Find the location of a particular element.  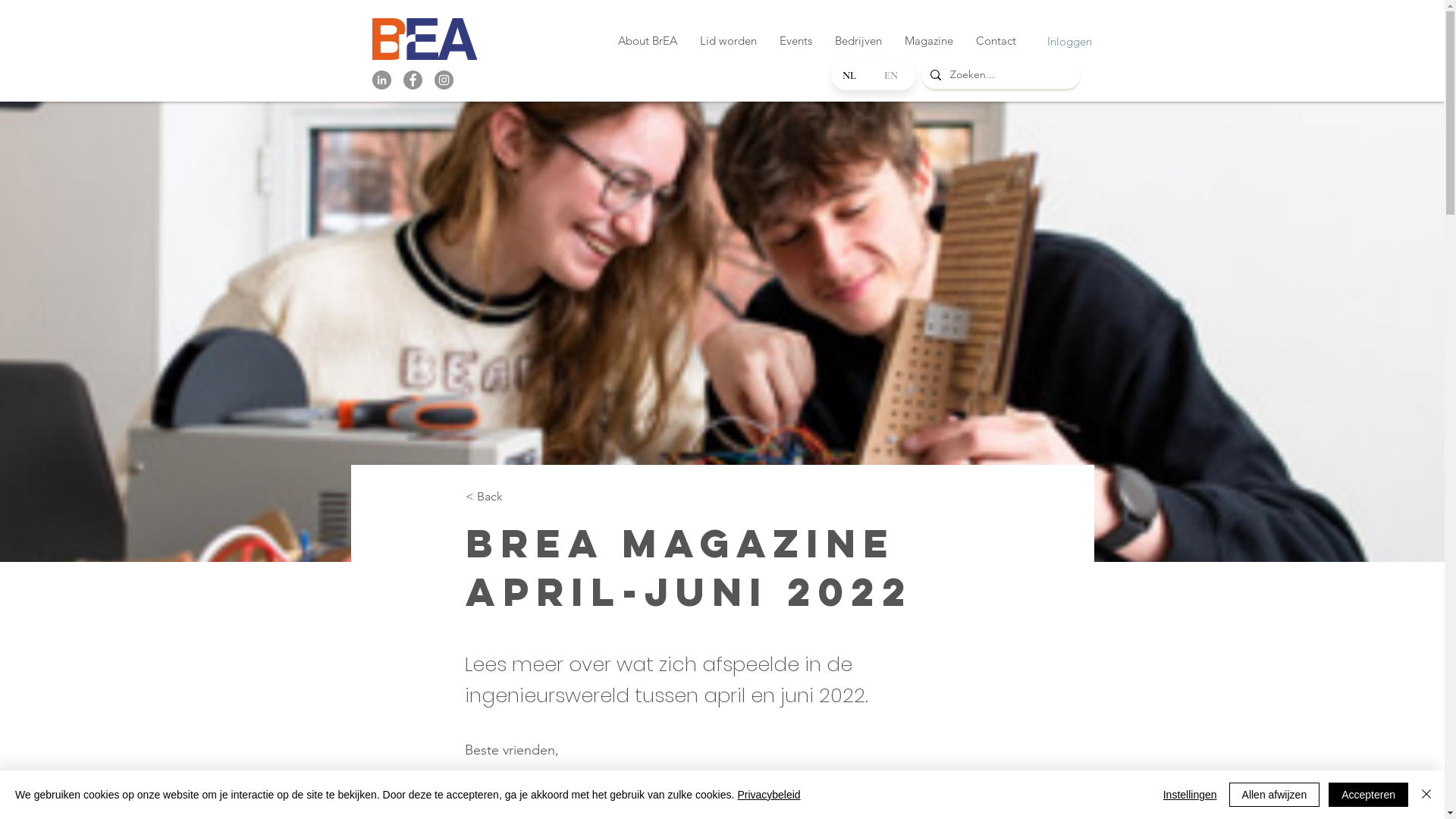

'Bedrijven' is located at coordinates (858, 40).